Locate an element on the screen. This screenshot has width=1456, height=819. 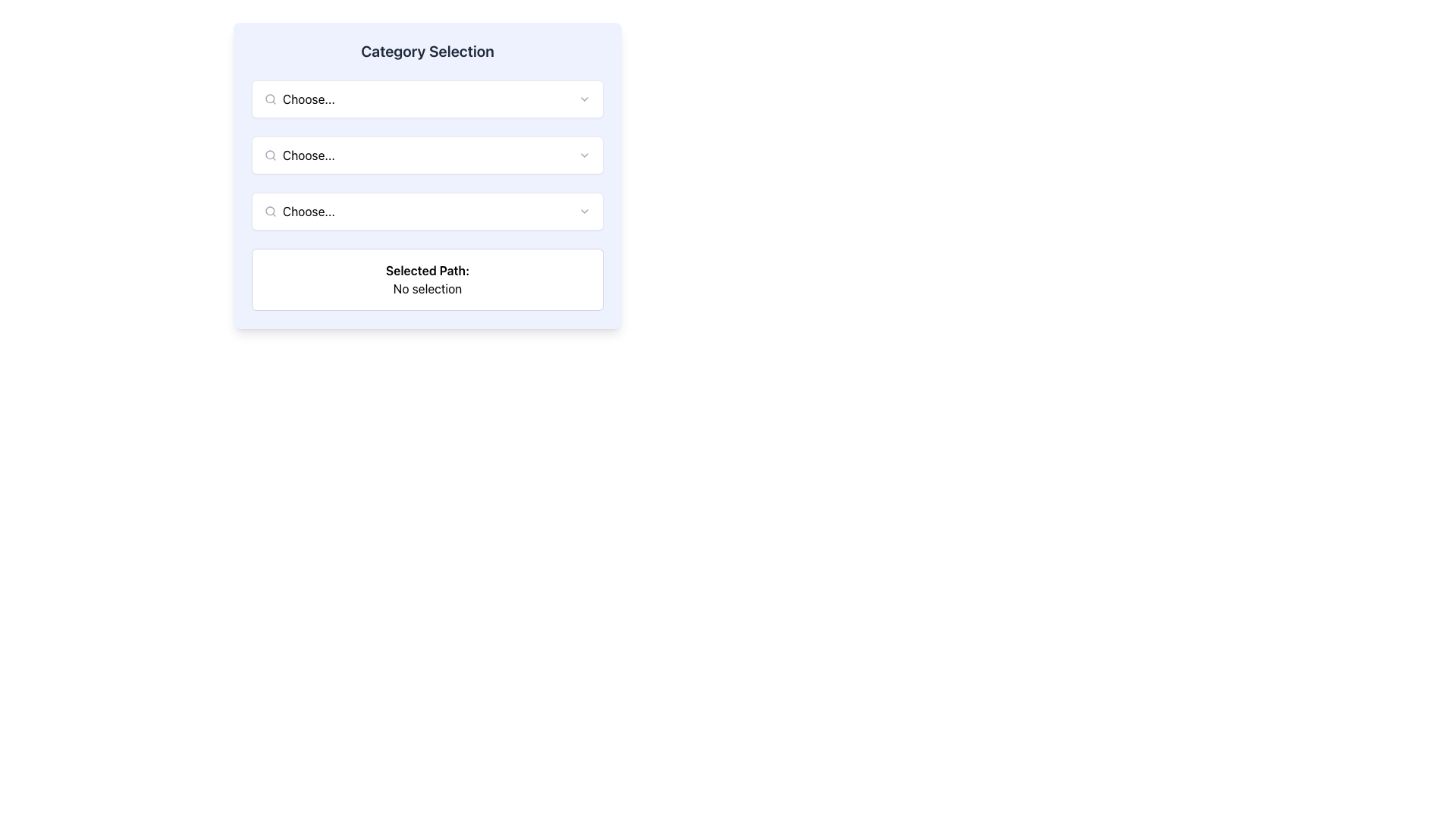
the primary circle of the magnifying glass icon located in the search dropdown area is located at coordinates (270, 99).